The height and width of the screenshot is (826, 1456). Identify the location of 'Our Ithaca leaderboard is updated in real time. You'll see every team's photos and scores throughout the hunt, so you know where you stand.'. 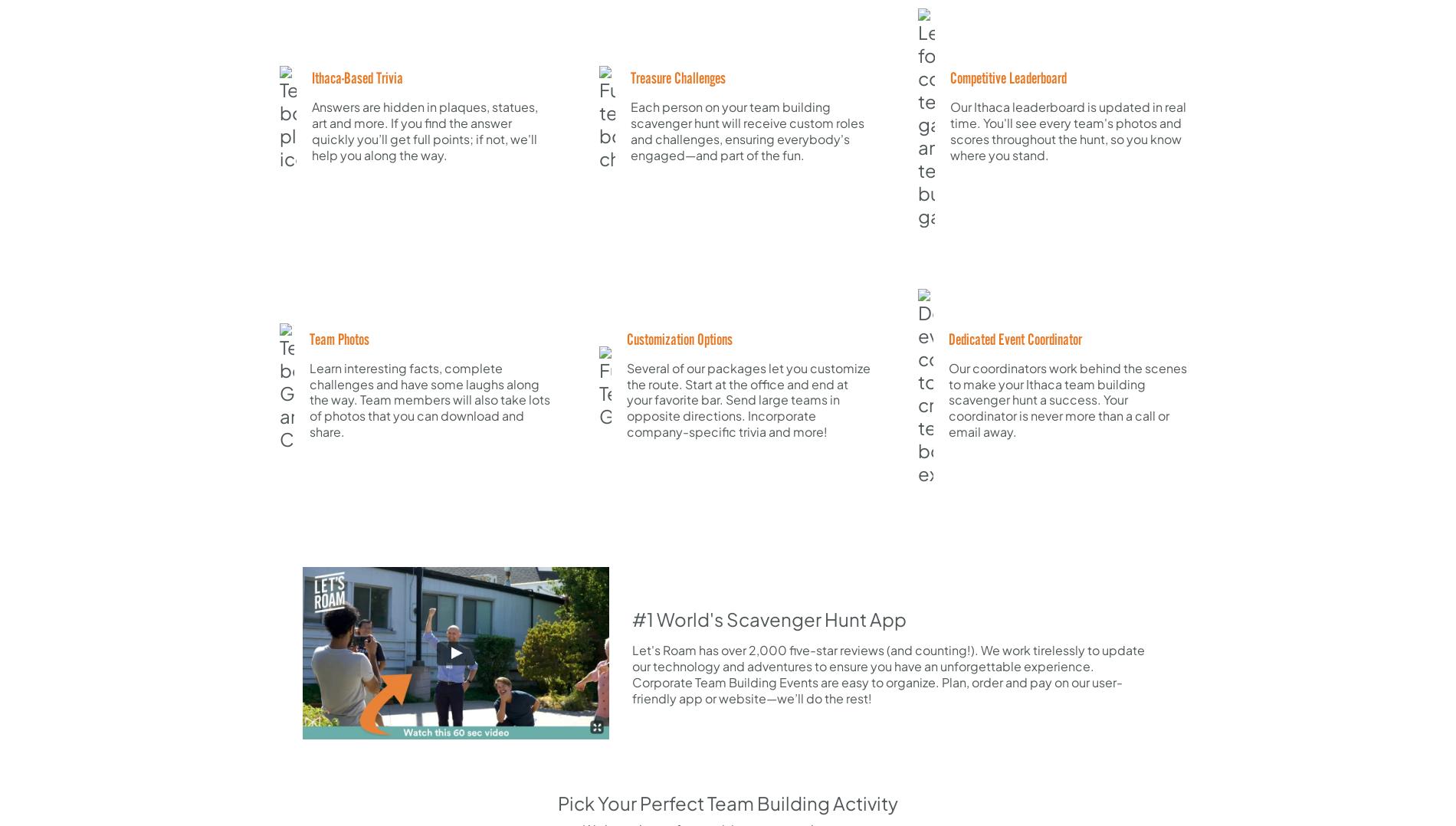
(1067, 129).